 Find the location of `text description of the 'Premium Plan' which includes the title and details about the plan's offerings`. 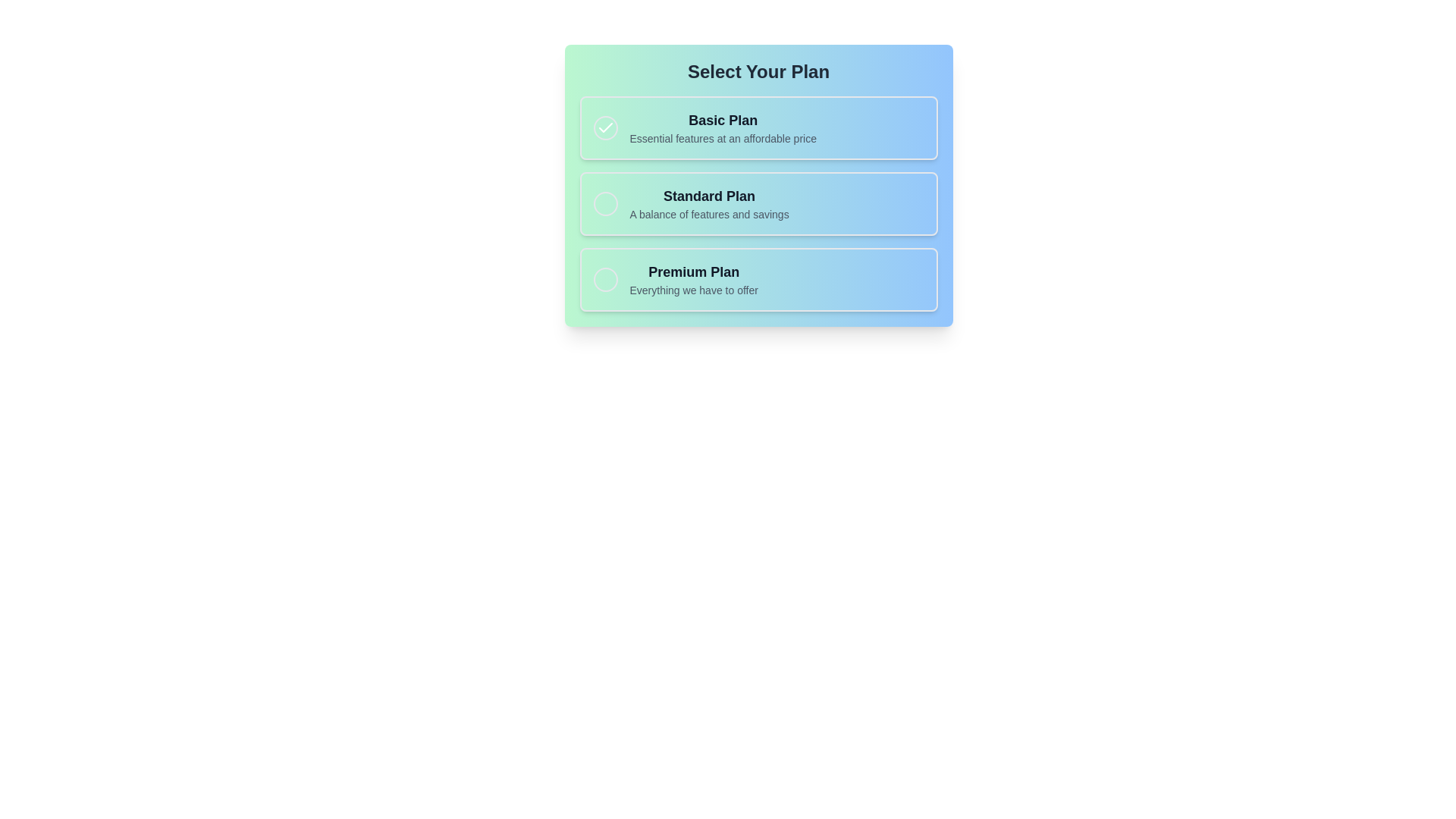

text description of the 'Premium Plan' which includes the title and details about the plan's offerings is located at coordinates (693, 280).